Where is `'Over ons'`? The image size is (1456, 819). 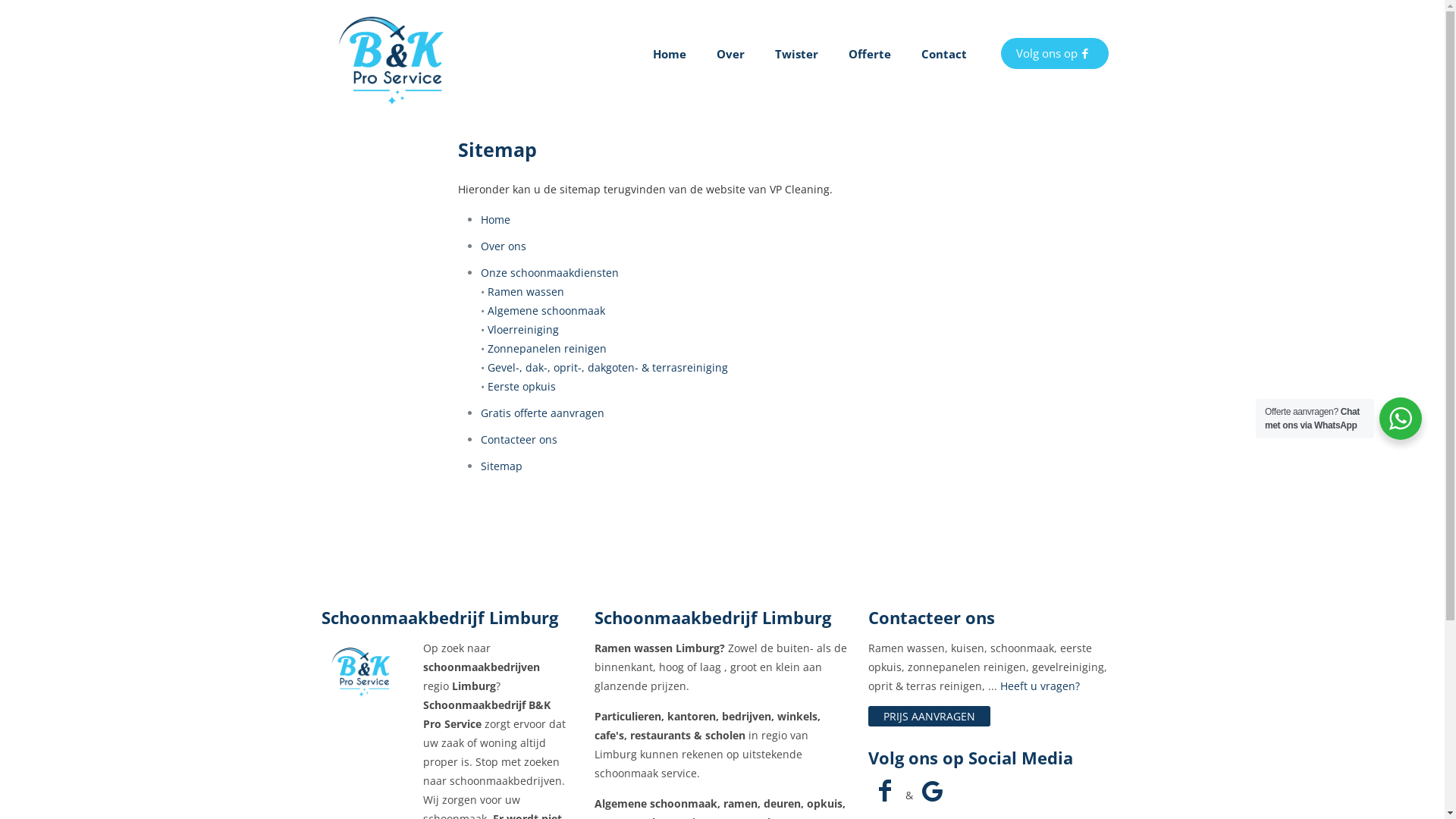
'Over ons' is located at coordinates (503, 245).